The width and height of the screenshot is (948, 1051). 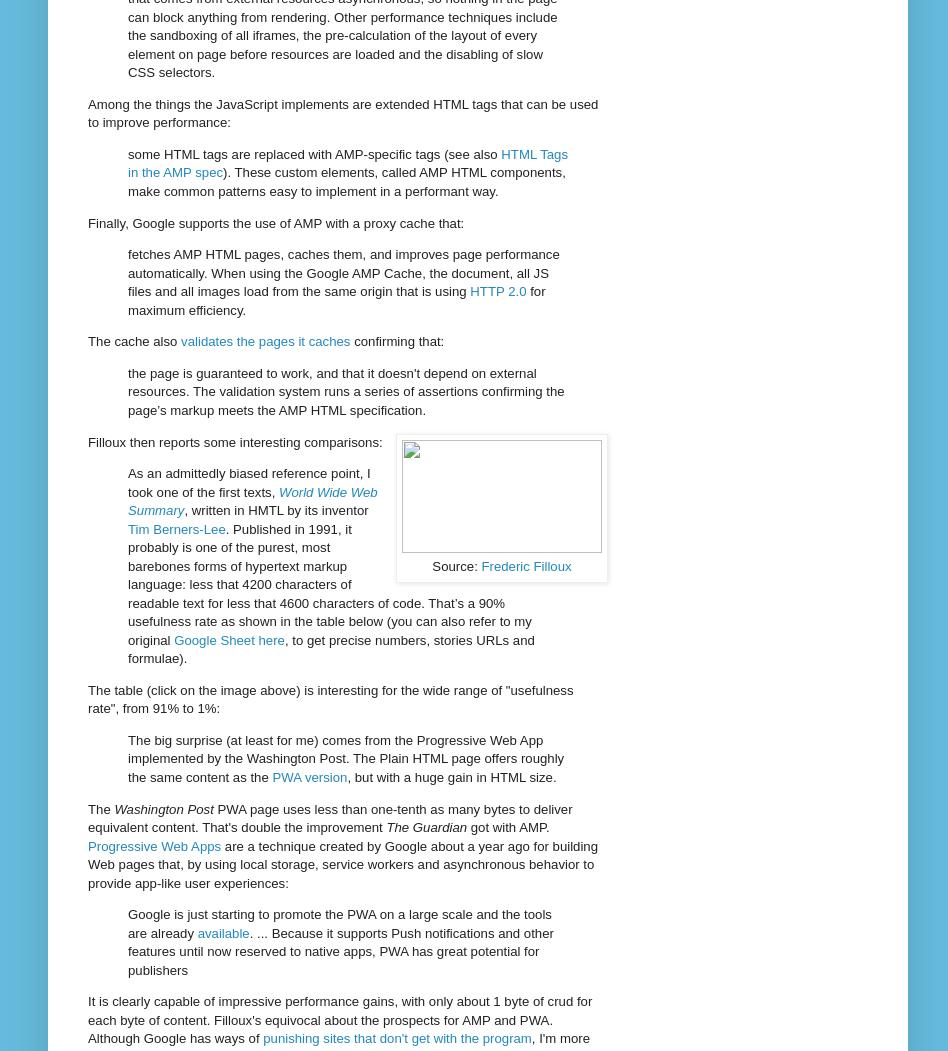 I want to click on 'Frederic Filloux', so click(x=481, y=566).